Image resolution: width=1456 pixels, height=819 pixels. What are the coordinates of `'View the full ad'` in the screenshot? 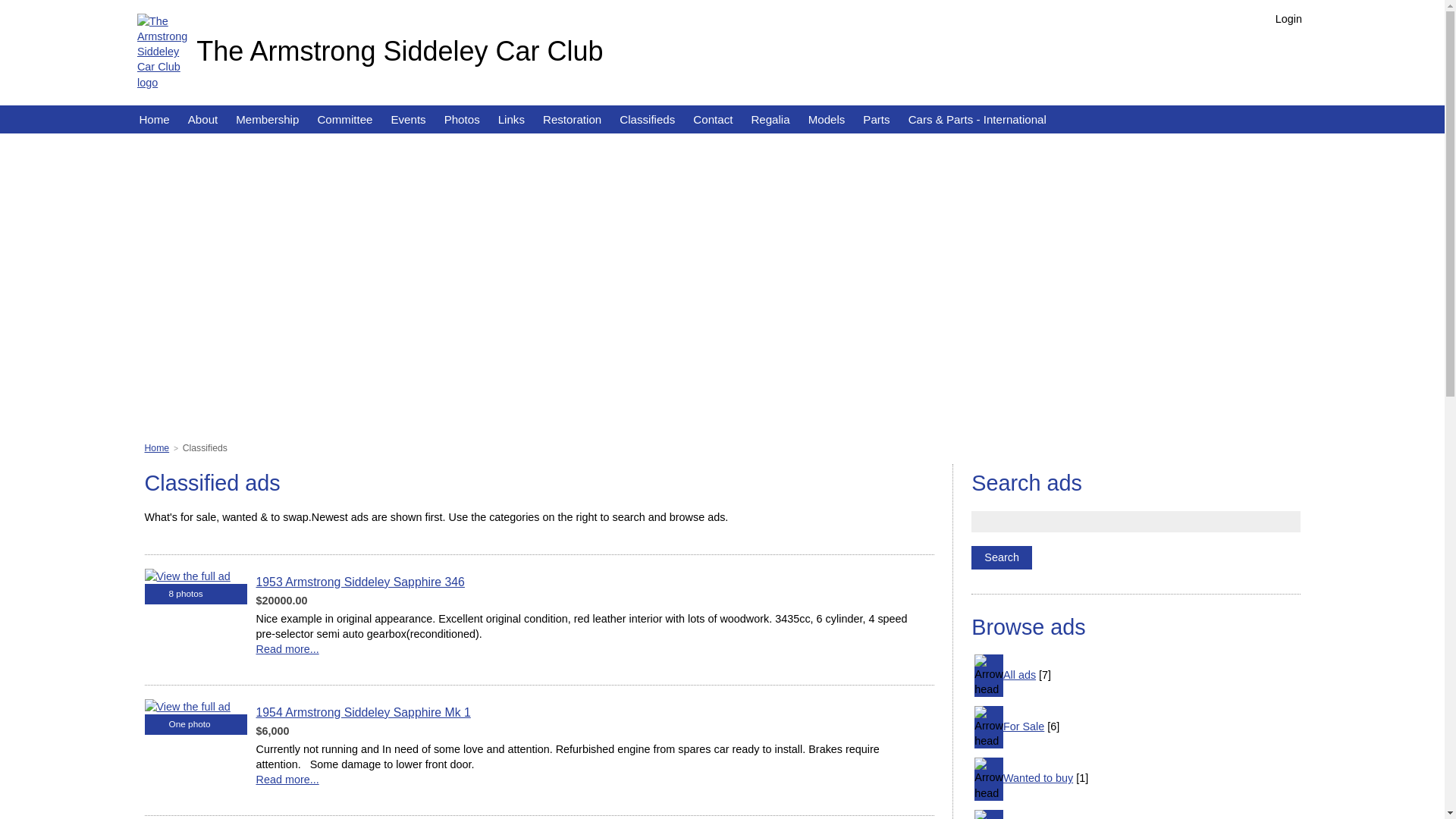 It's located at (186, 707).